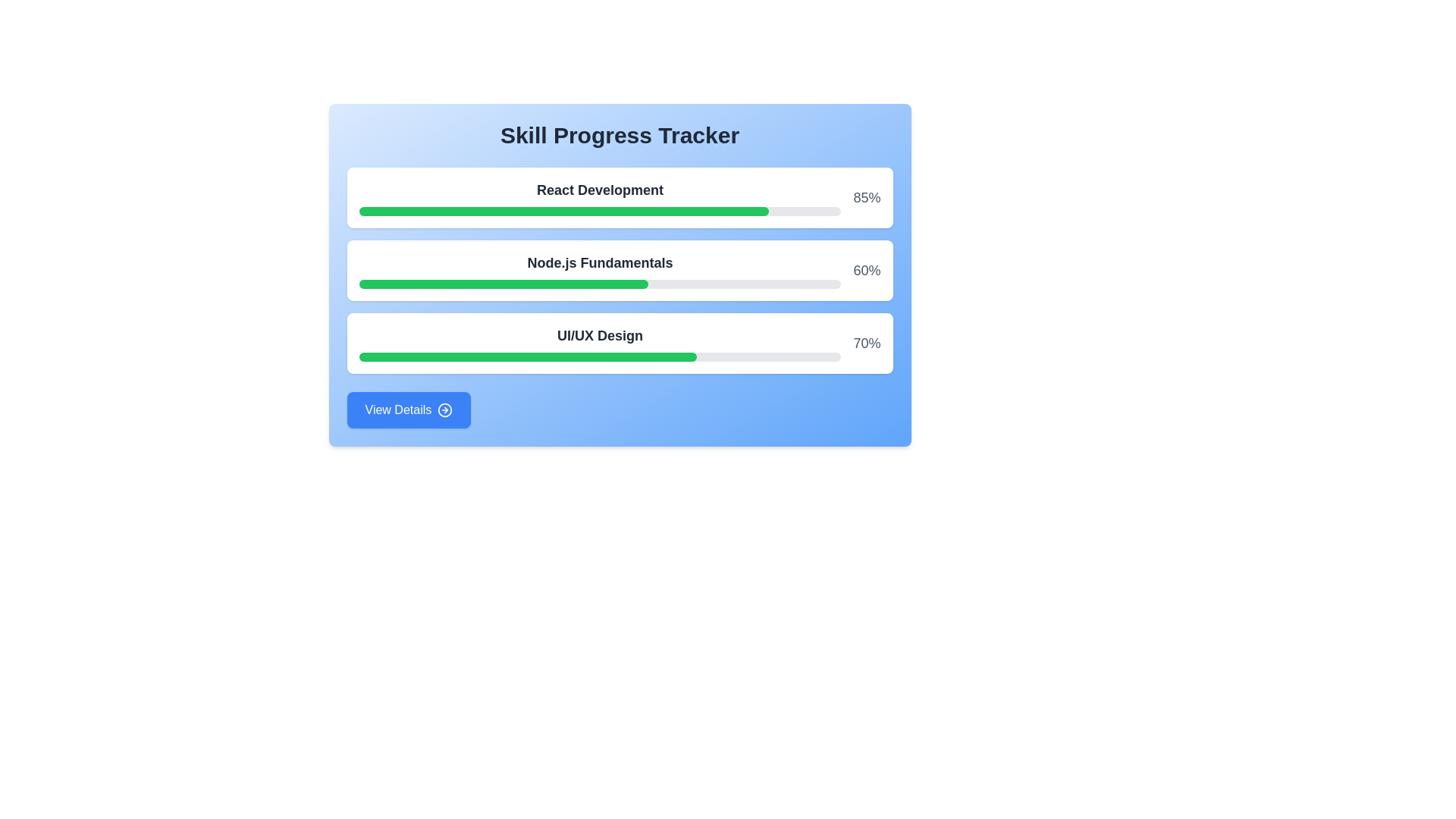 Image resolution: width=1456 pixels, height=819 pixels. What do you see at coordinates (504, 284) in the screenshot?
I see `the Progress Indicator that visually represents 60% completion of the Node.js Fundamentals task in the Skill Progress Tracker interface` at bounding box center [504, 284].